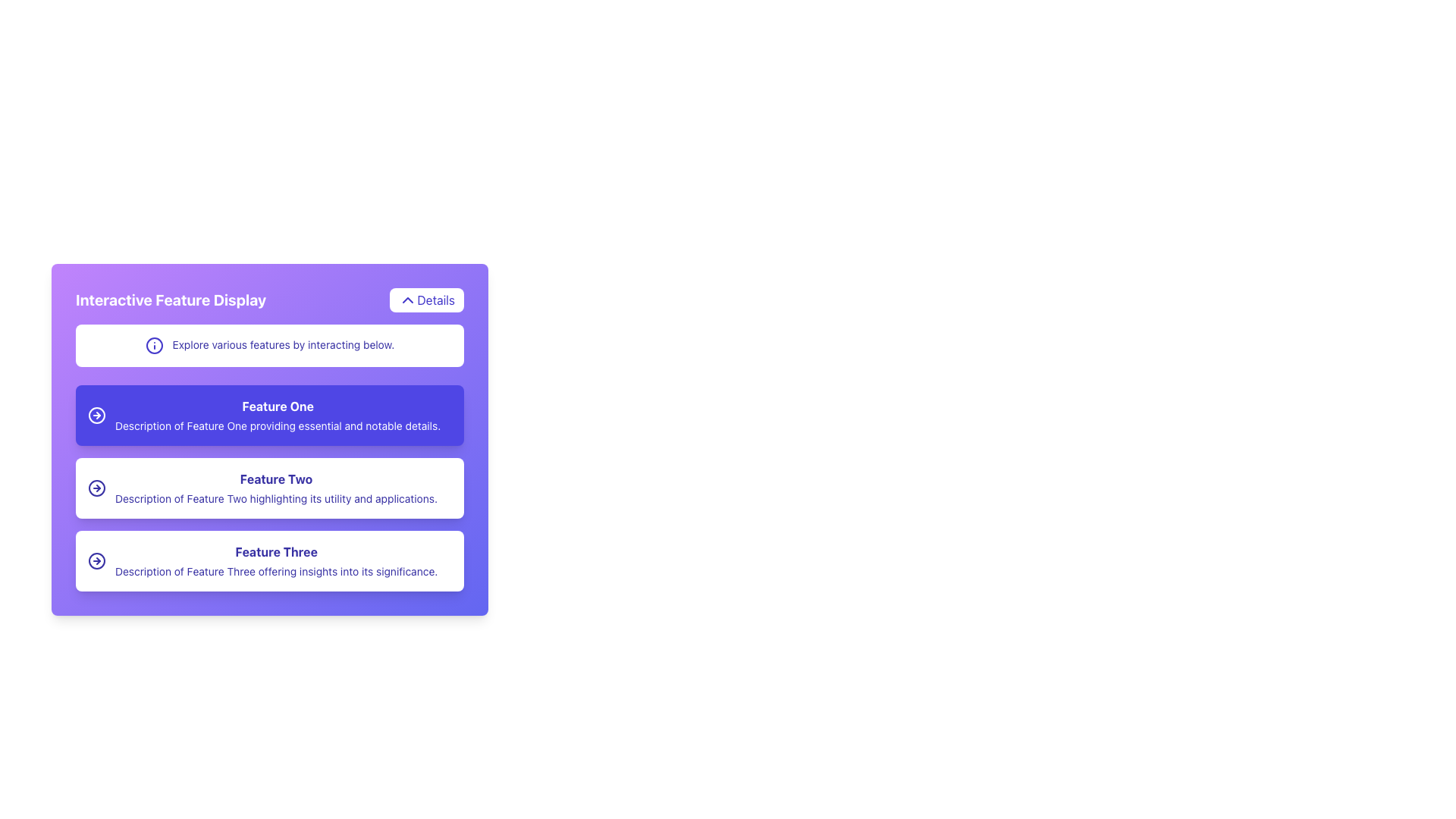 The image size is (1456, 819). What do you see at coordinates (269, 561) in the screenshot?
I see `the List item with icon and text that describes 'Feature Three', which is the third listing in the feature panel` at bounding box center [269, 561].